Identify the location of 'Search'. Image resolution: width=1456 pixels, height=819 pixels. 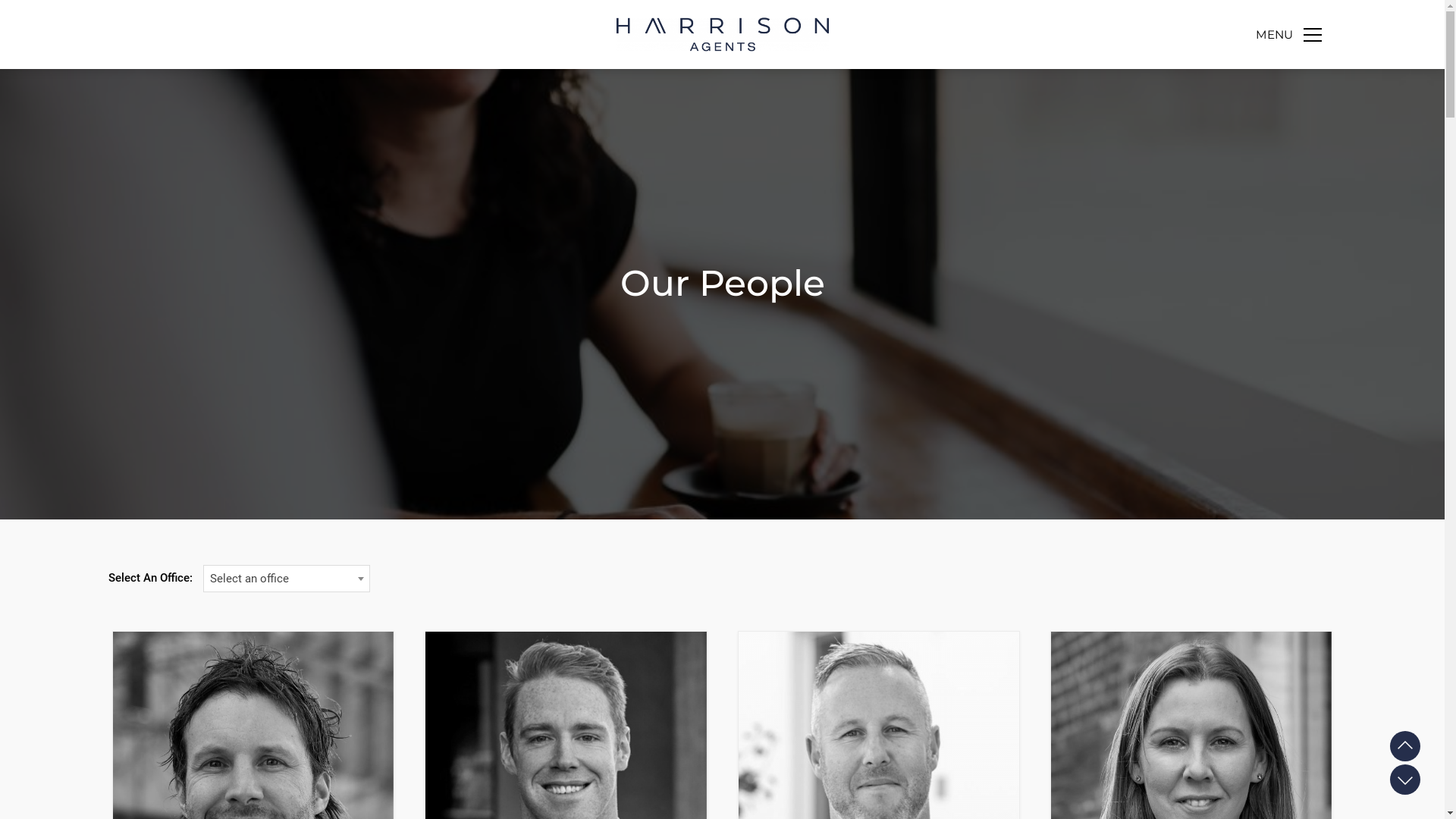
(1284, 88).